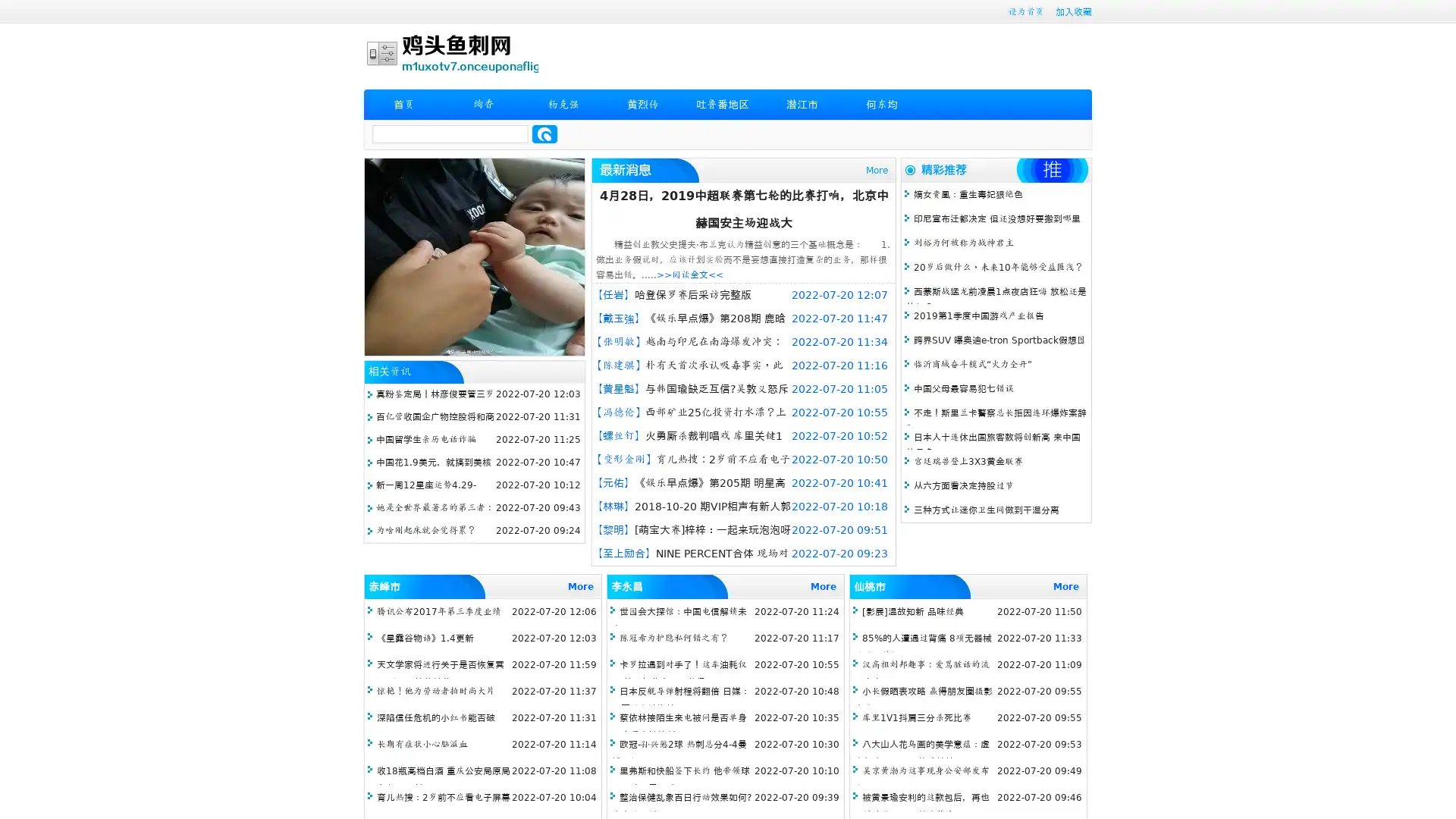 The image size is (1456, 819). What do you see at coordinates (544, 133) in the screenshot?
I see `Search` at bounding box center [544, 133].